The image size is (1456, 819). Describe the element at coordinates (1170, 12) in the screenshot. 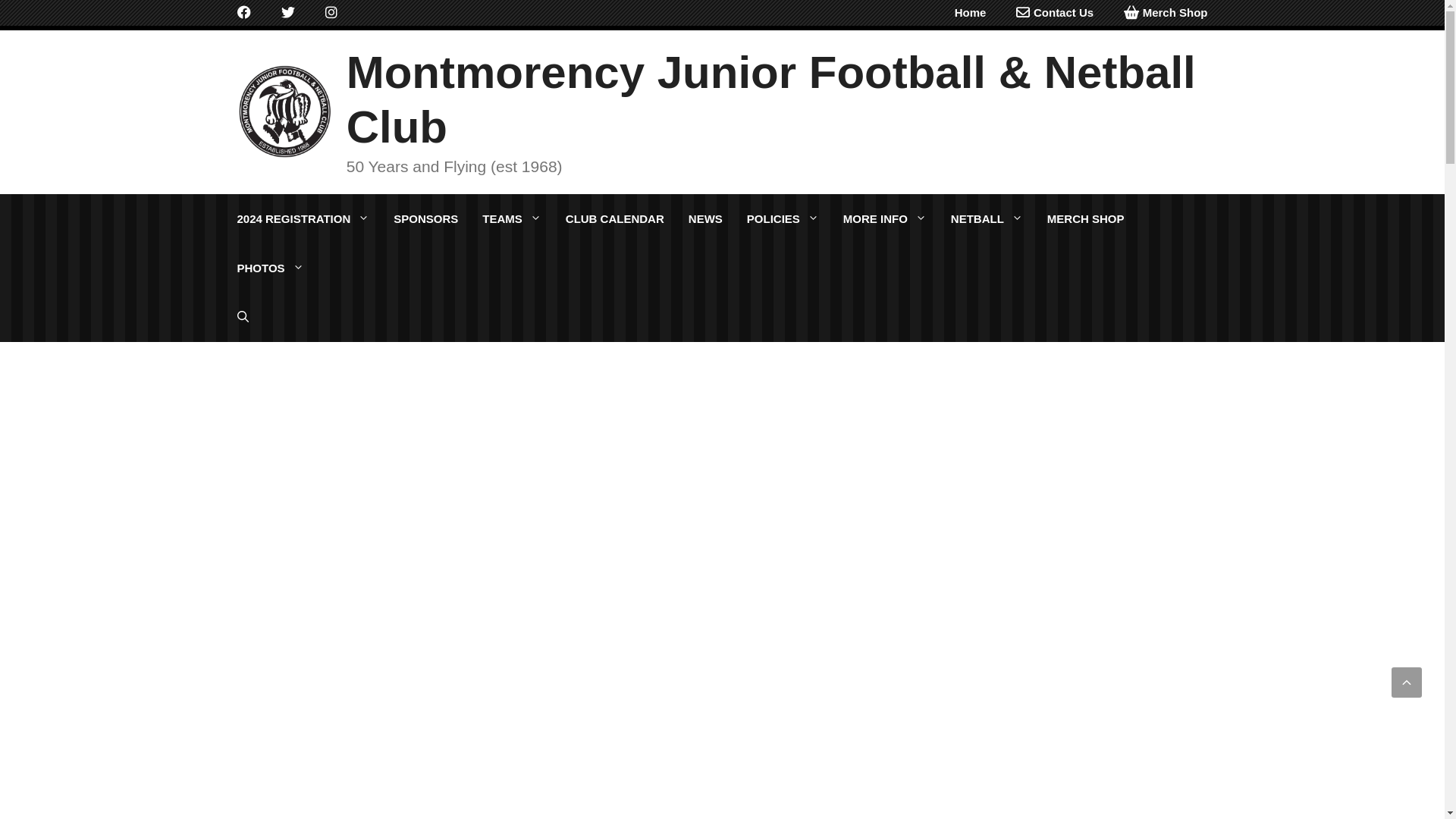

I see `'Merch Shop'` at that location.